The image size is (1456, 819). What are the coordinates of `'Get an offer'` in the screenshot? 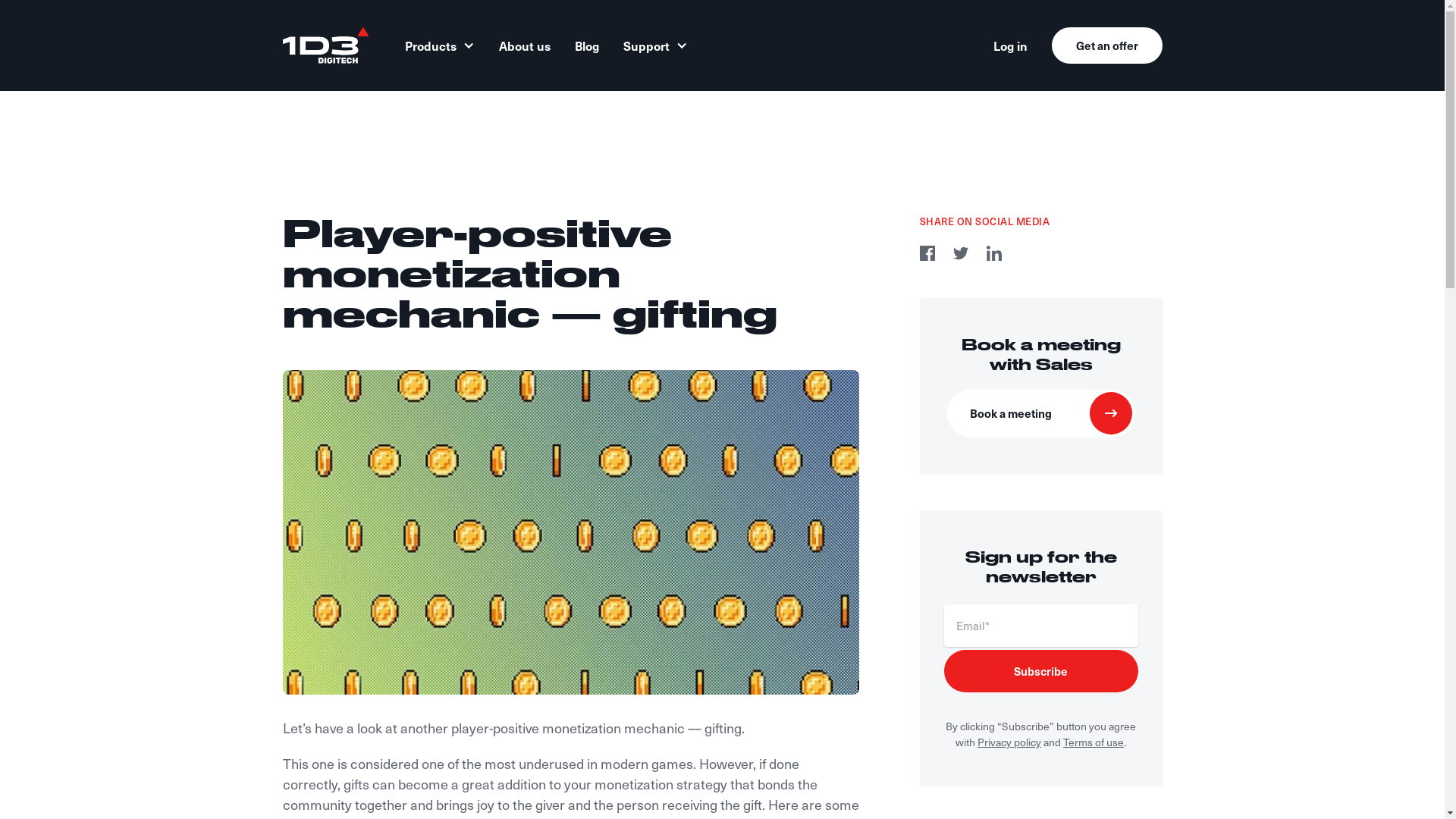 It's located at (1106, 45).